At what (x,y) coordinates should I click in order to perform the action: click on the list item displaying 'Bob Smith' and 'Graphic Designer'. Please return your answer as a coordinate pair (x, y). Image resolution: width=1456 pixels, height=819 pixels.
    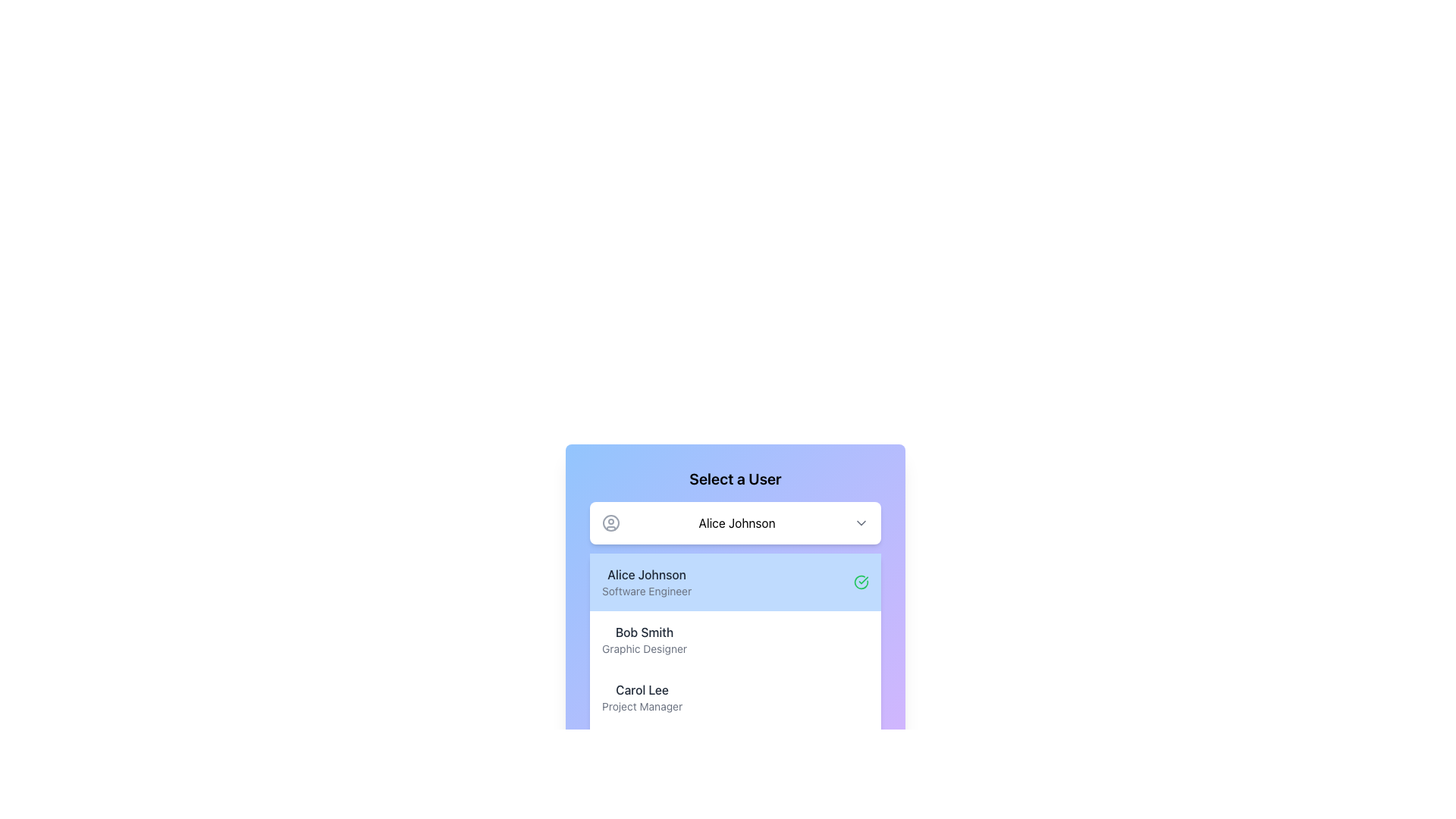
    Looking at the image, I should click on (644, 640).